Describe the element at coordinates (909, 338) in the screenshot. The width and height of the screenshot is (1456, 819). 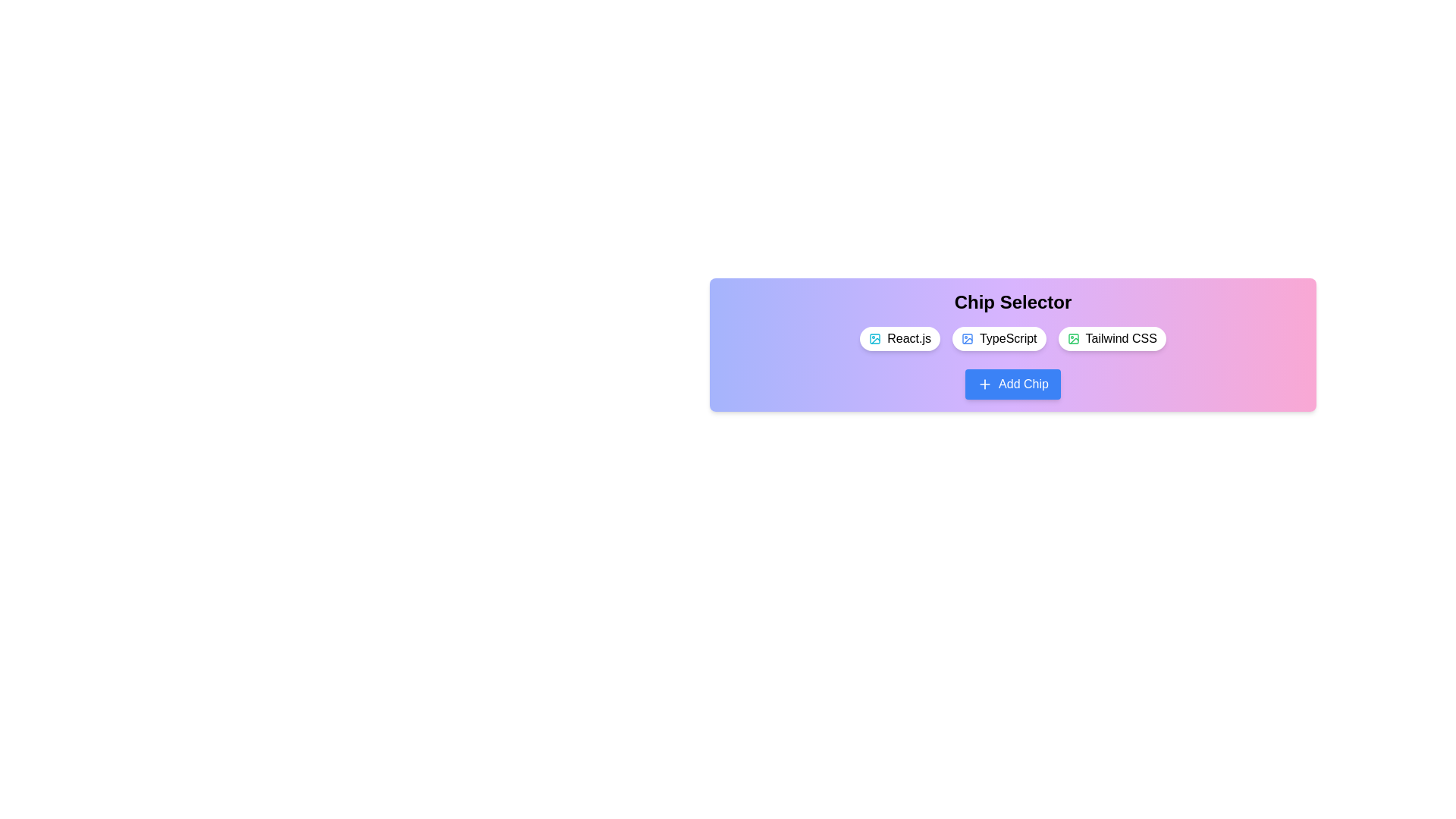
I see `the leftmost text-based selectable chip displaying 'React.js'` at that location.